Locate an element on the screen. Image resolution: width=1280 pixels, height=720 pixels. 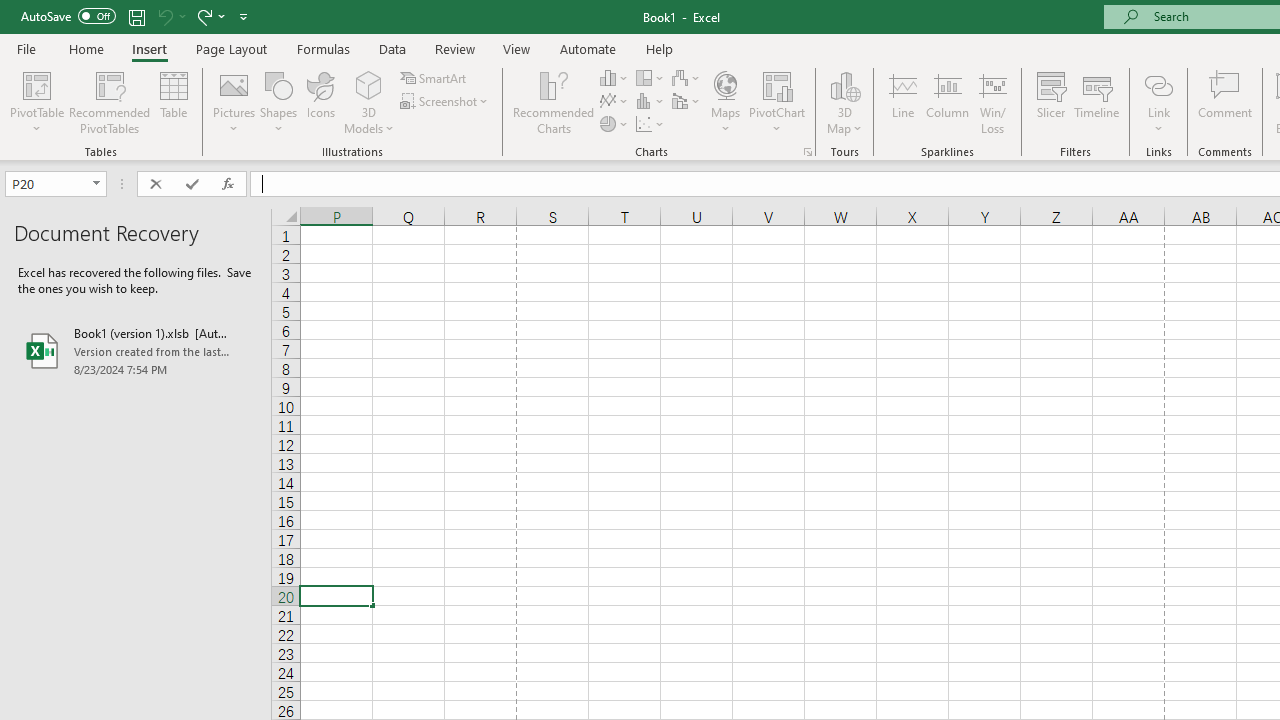
'Customize Quick Access Toolbar' is located at coordinates (243, 16).